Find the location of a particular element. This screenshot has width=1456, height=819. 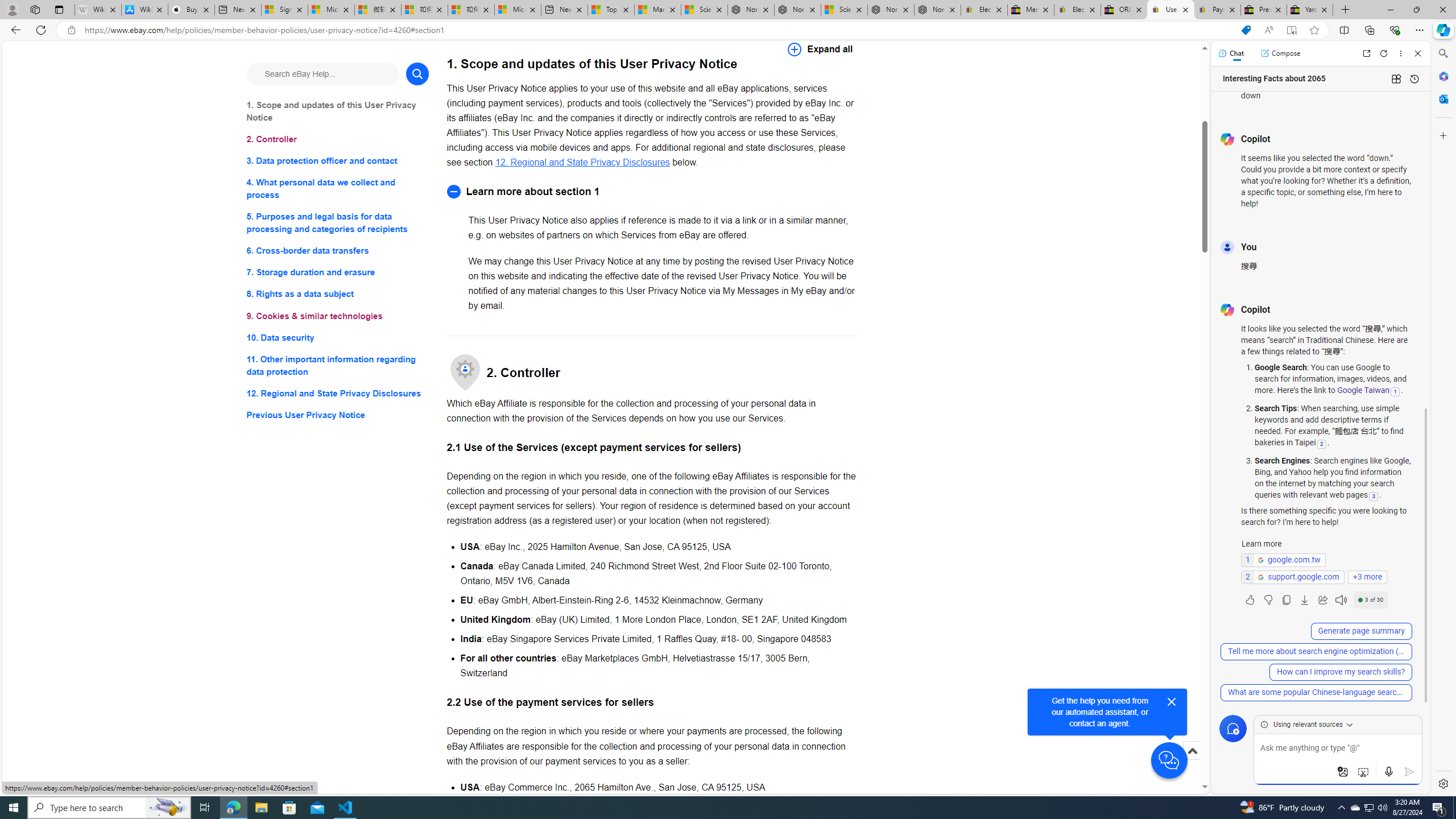

'Chat' is located at coordinates (1231, 52).